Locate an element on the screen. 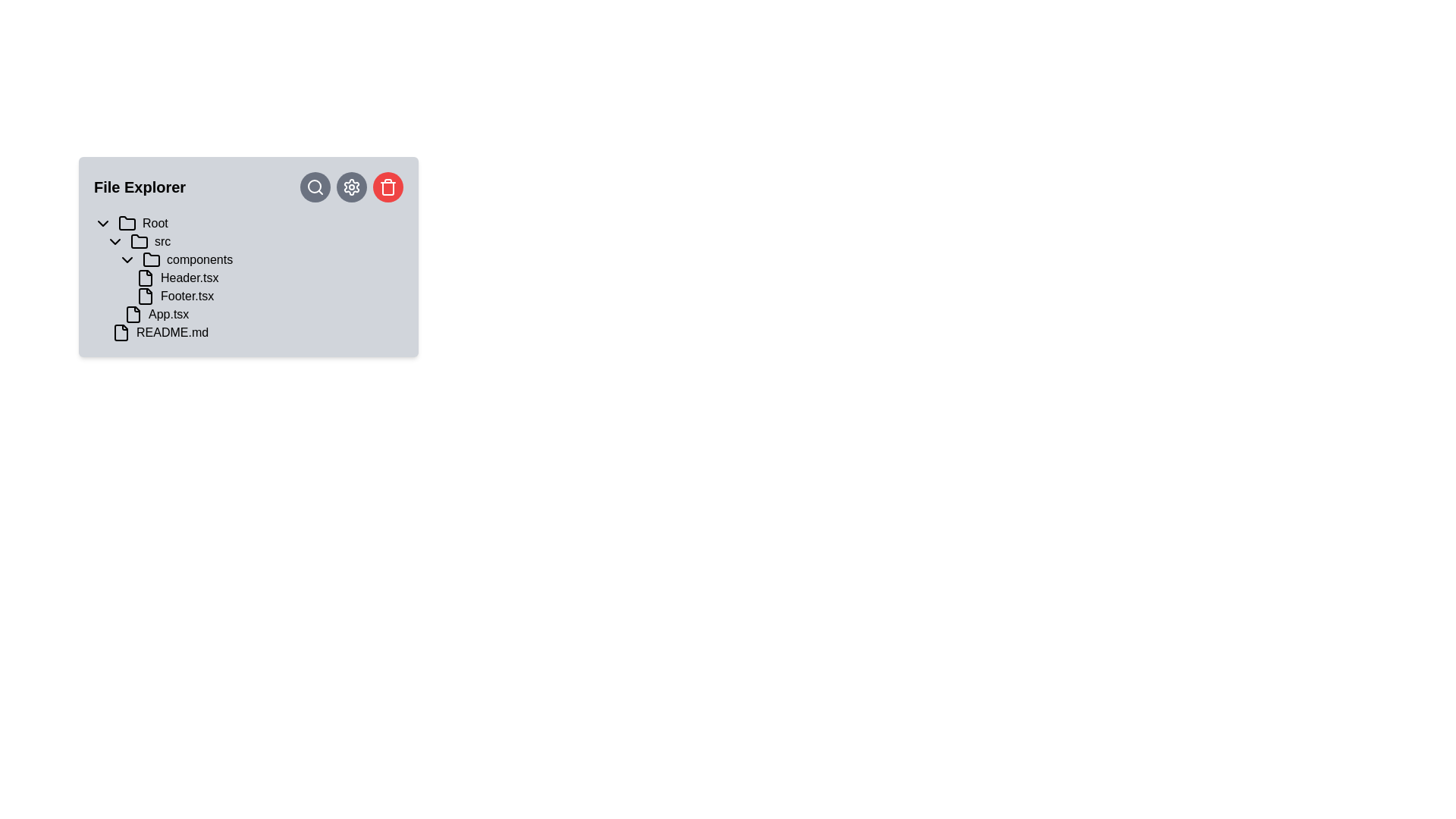 The width and height of the screenshot is (1456, 819). the 'Root' folder icon in the File Explorer is located at coordinates (127, 222).